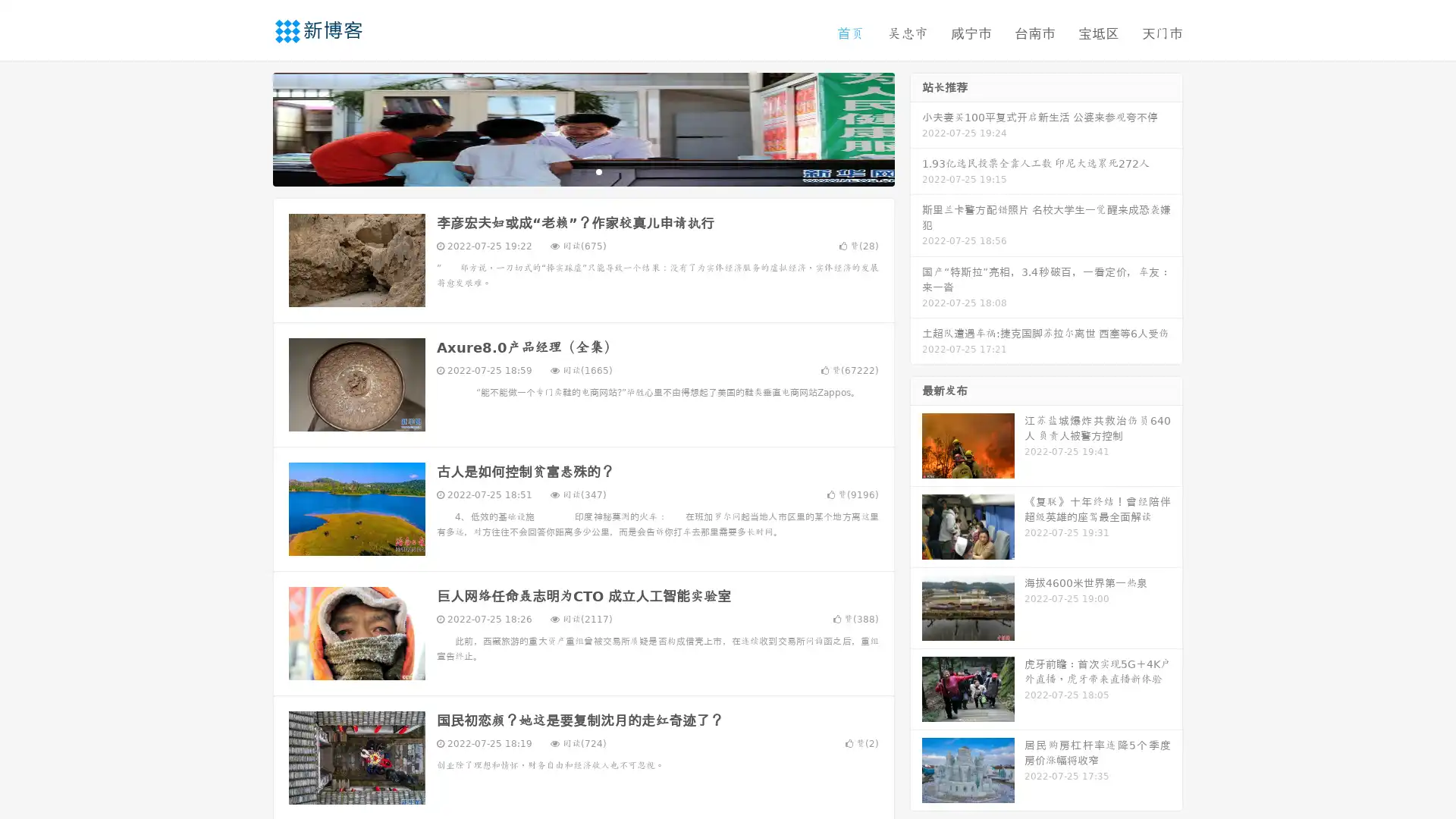  I want to click on Go to slide 3, so click(598, 171).